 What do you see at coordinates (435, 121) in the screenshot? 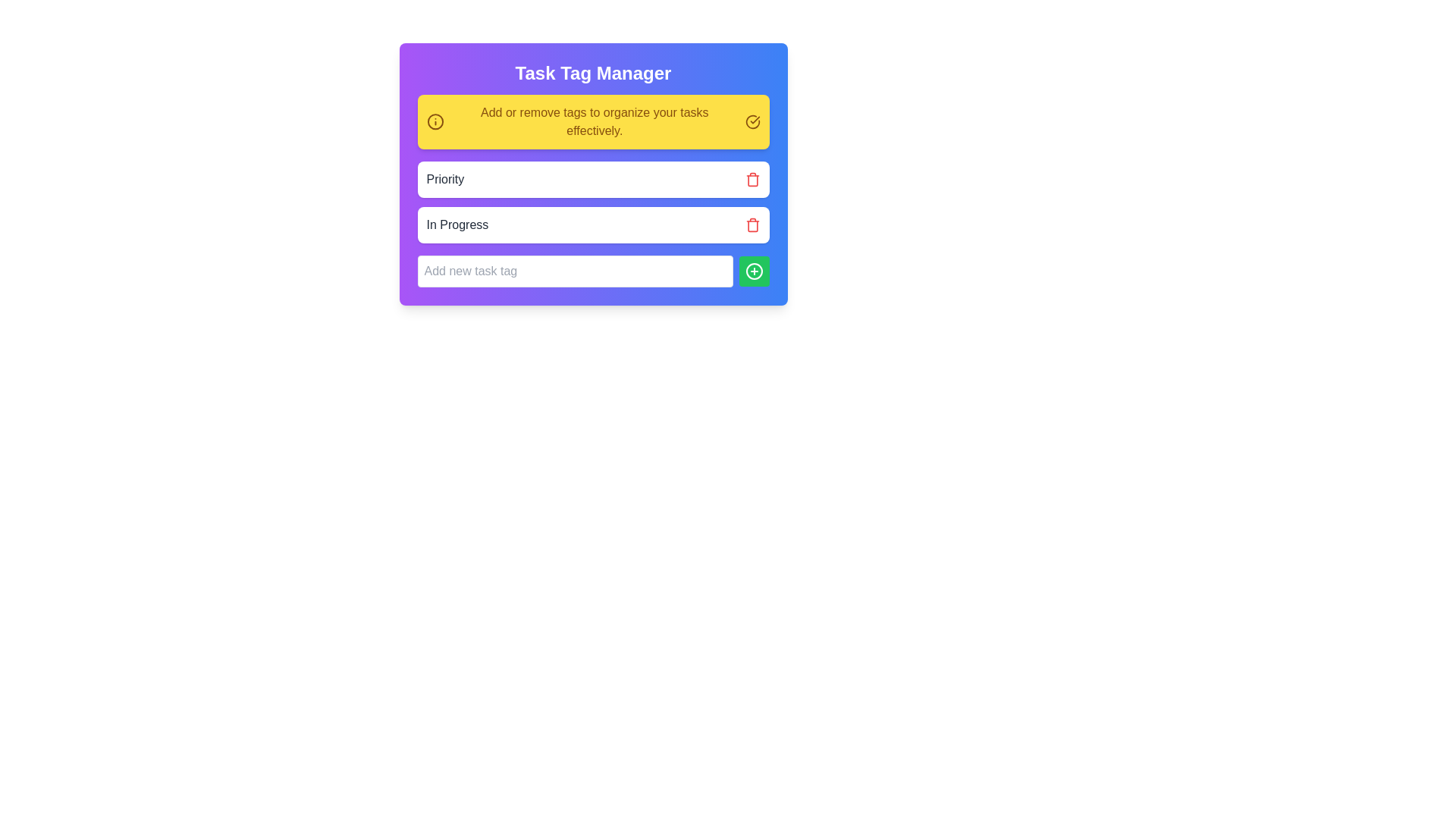
I see `the inner circular part of the SVG graphic, which is located at the top-left corner of a yellow rectangular area within the 'Task Tag Manager' panel` at bounding box center [435, 121].